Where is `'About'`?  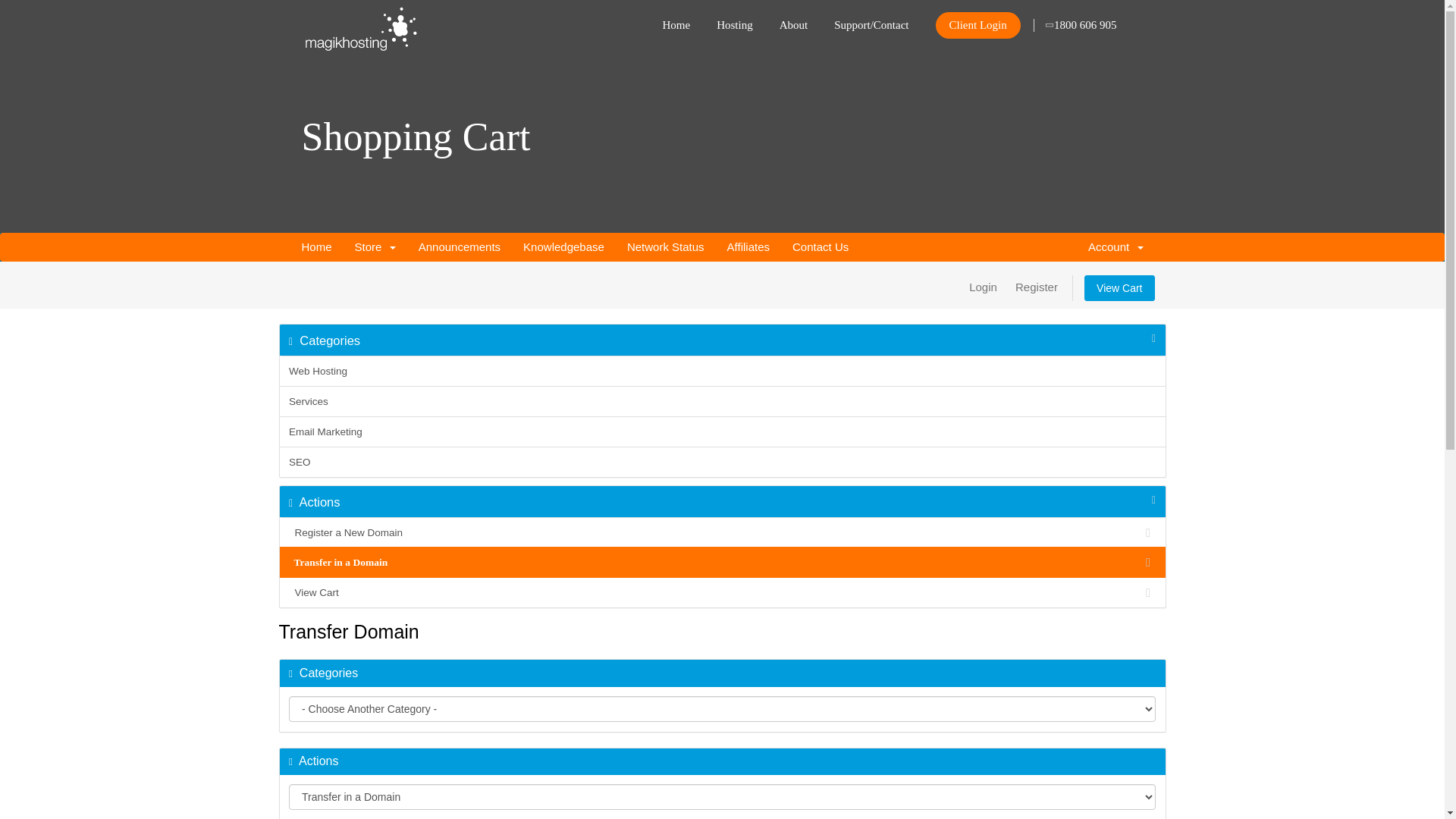
'About' is located at coordinates (792, 20).